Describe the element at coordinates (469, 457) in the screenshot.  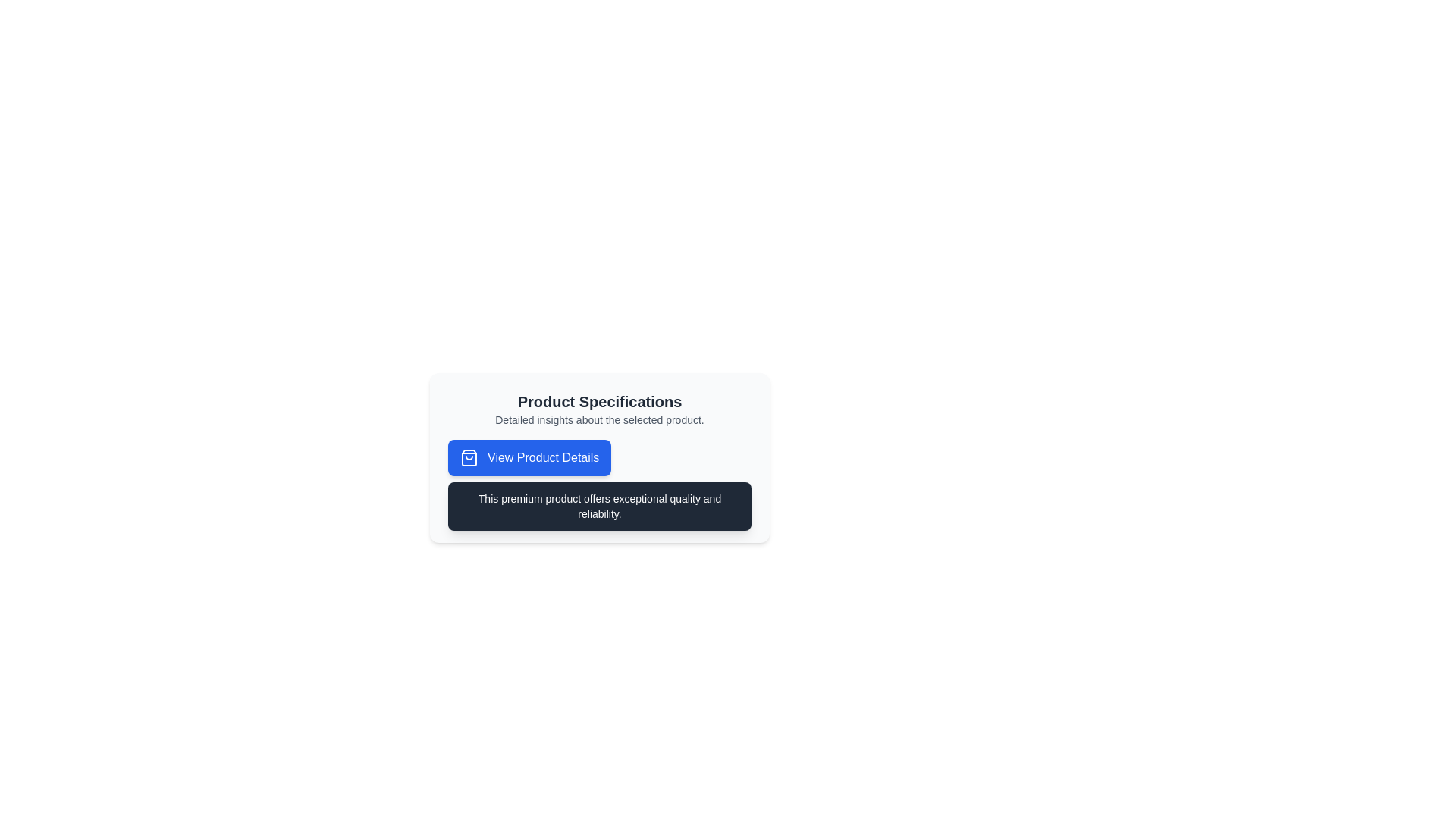
I see `the icon located to the left of the 'View Product Details' button, which indicates the purpose of browsing or viewing products` at that location.